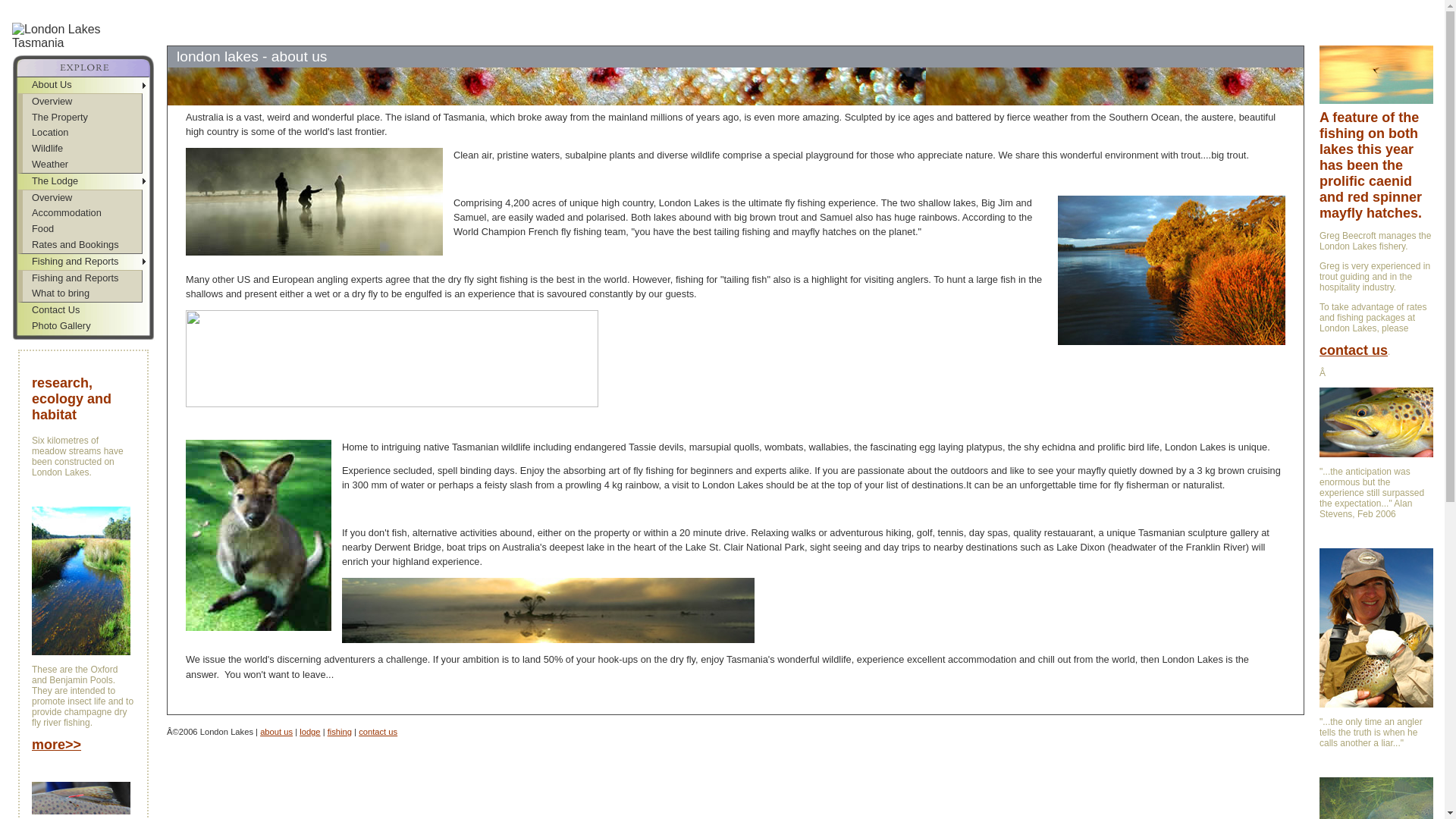 The image size is (1456, 819). What do you see at coordinates (83, 261) in the screenshot?
I see `'Fishing and Reports'` at bounding box center [83, 261].